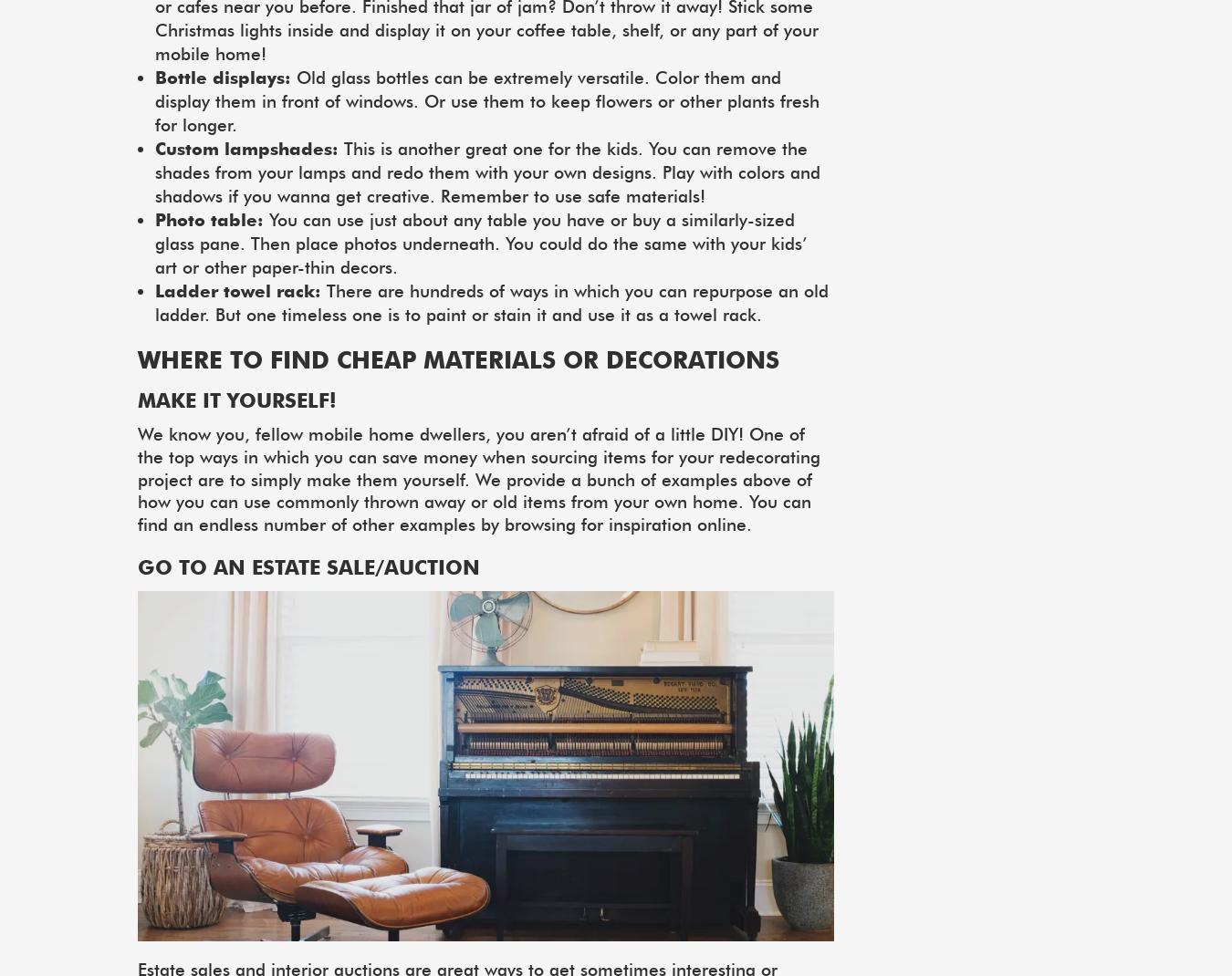 Image resolution: width=1232 pixels, height=976 pixels. Describe the element at coordinates (245, 148) in the screenshot. I see `'Custom lampshades:'` at that location.